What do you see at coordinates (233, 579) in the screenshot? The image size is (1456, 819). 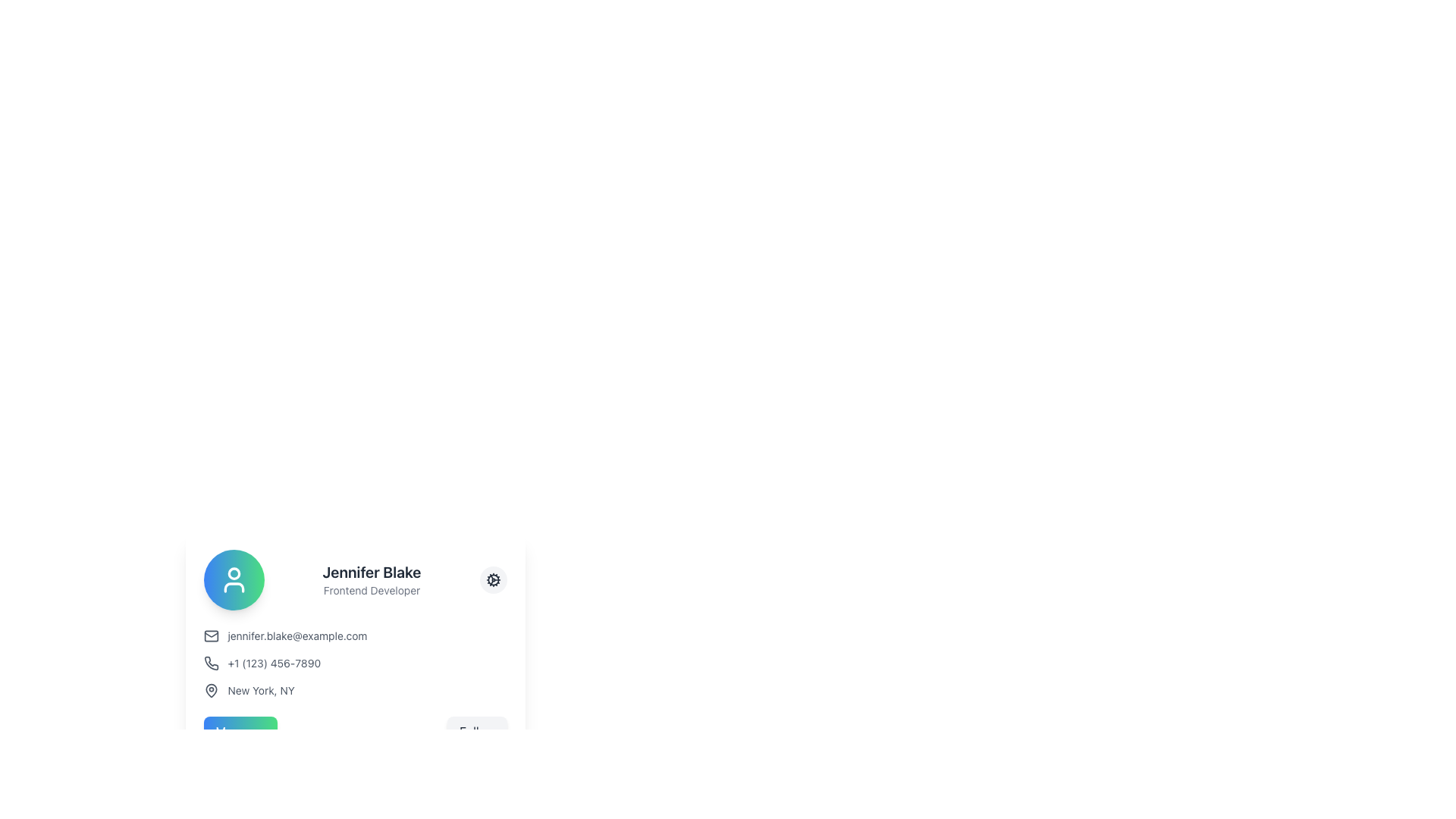 I see `the user profile SVG icon, which is a circular icon with a white stroke against a colorful gradient background, located in the upper-left corner of the card layout` at bounding box center [233, 579].